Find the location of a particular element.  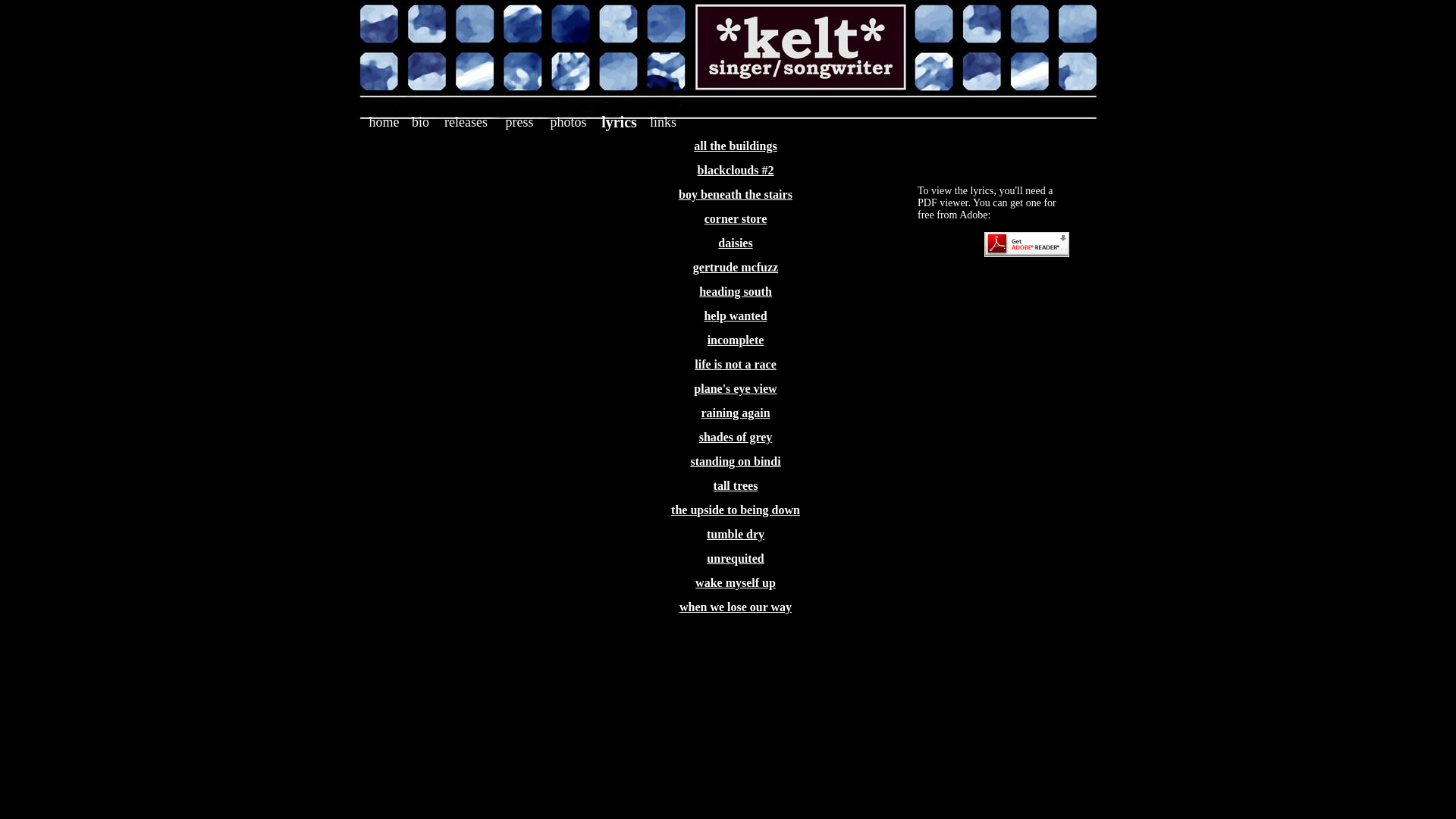

'when we lose our way' is located at coordinates (735, 606).